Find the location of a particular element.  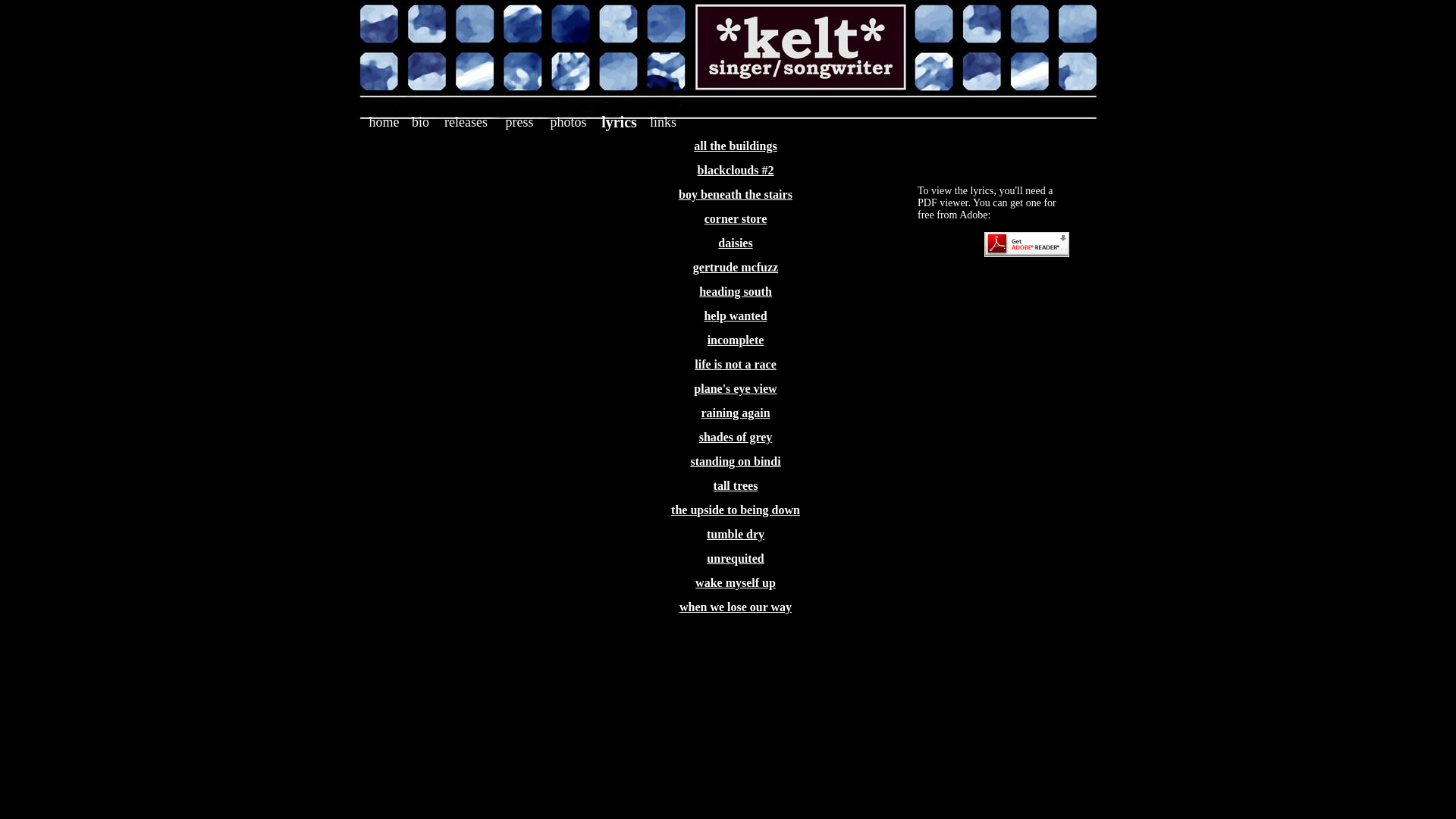

'when we lose our way' is located at coordinates (735, 606).